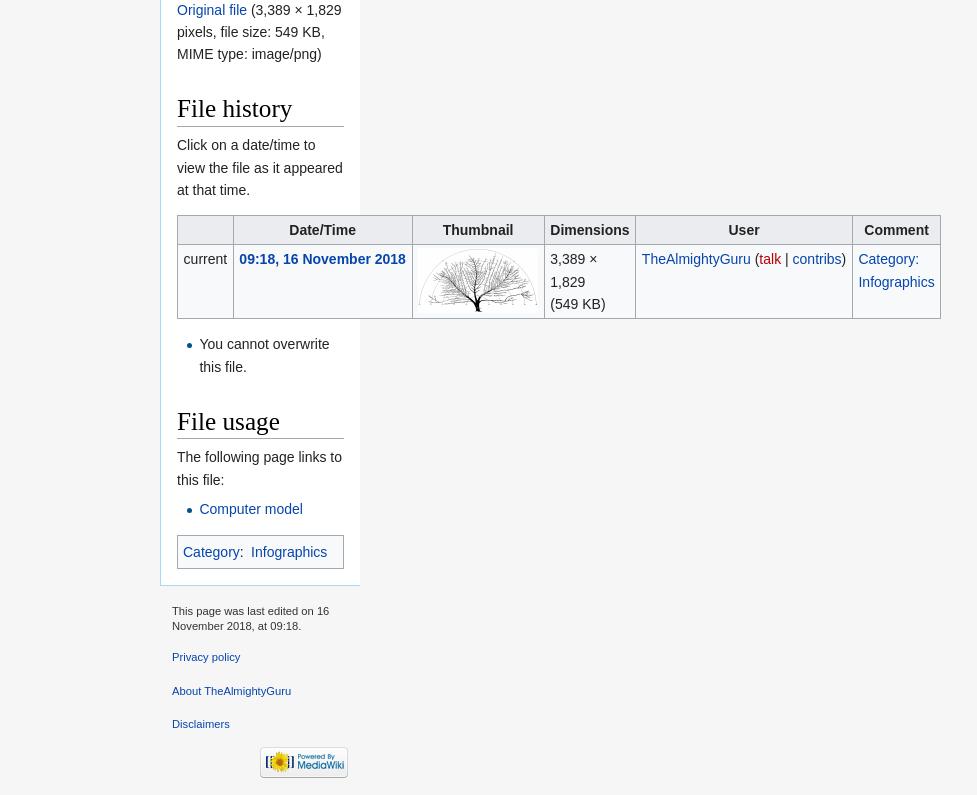  I want to click on 'Date/Time', so click(287, 228).